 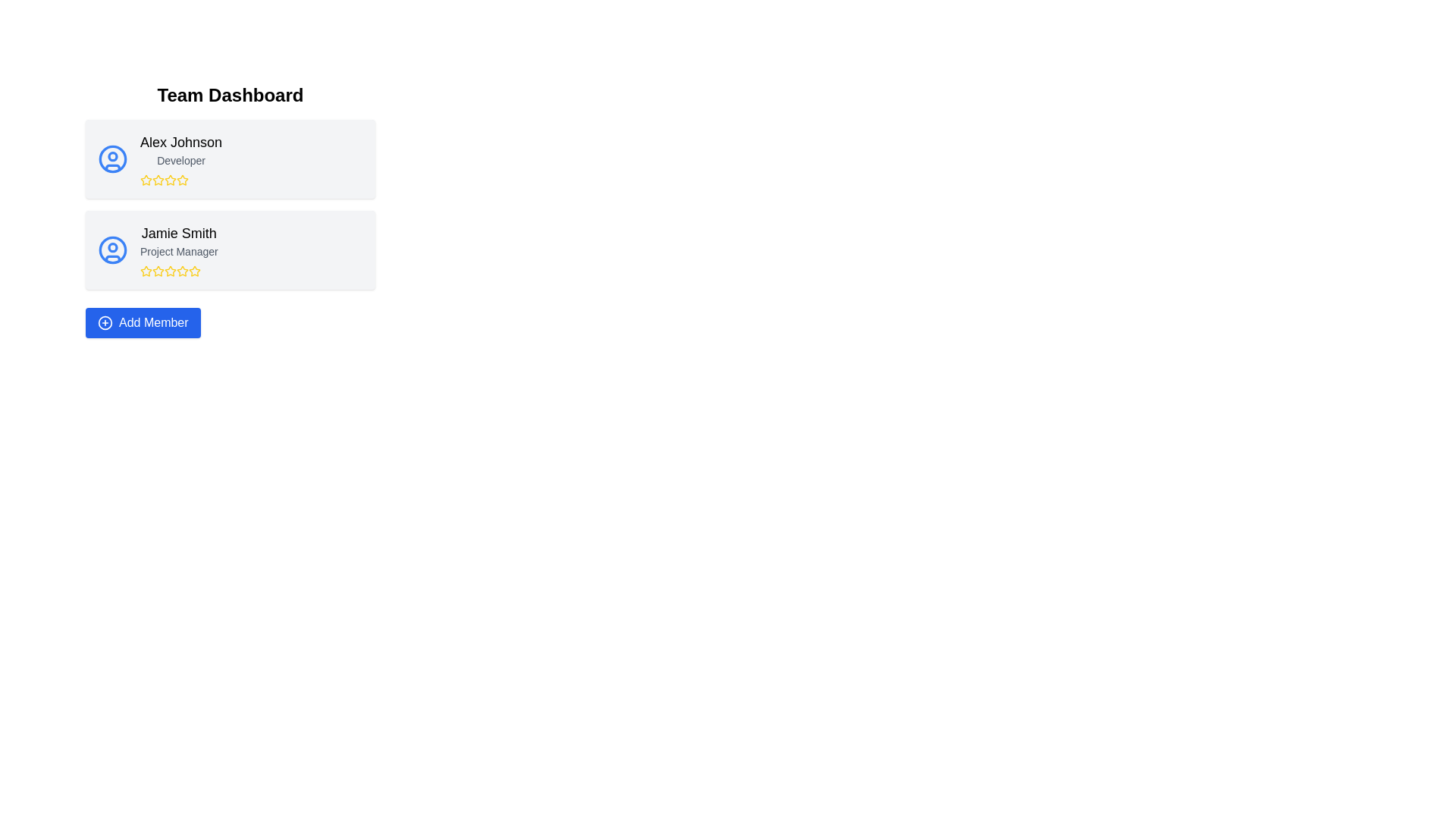 What do you see at coordinates (182, 270) in the screenshot?
I see `the third star icon for rating located beneath Jamie Smith's profile details to rate` at bounding box center [182, 270].